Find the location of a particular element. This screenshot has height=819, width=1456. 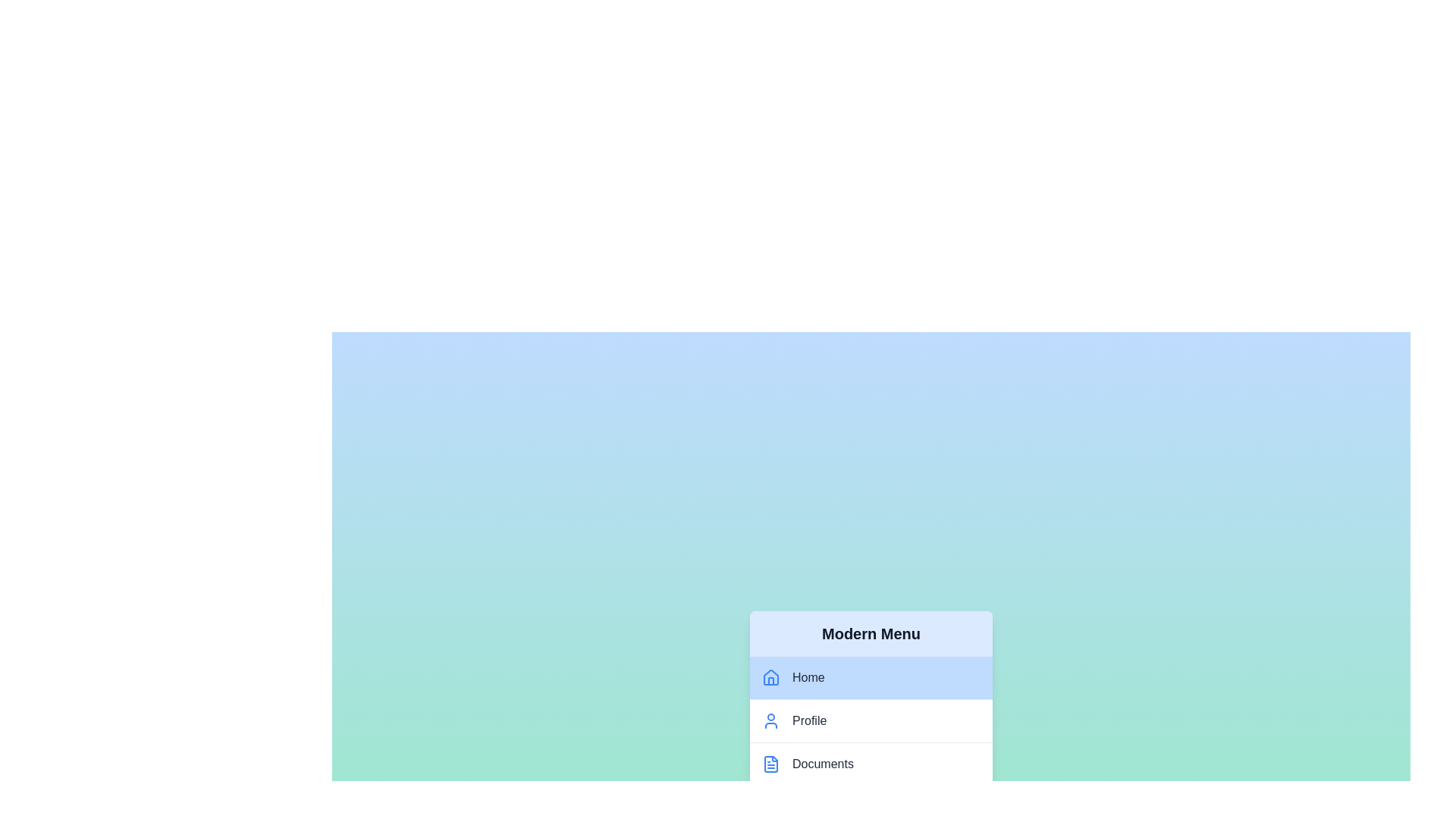

the menu item labeled Documents to observe the hover effect is located at coordinates (871, 764).